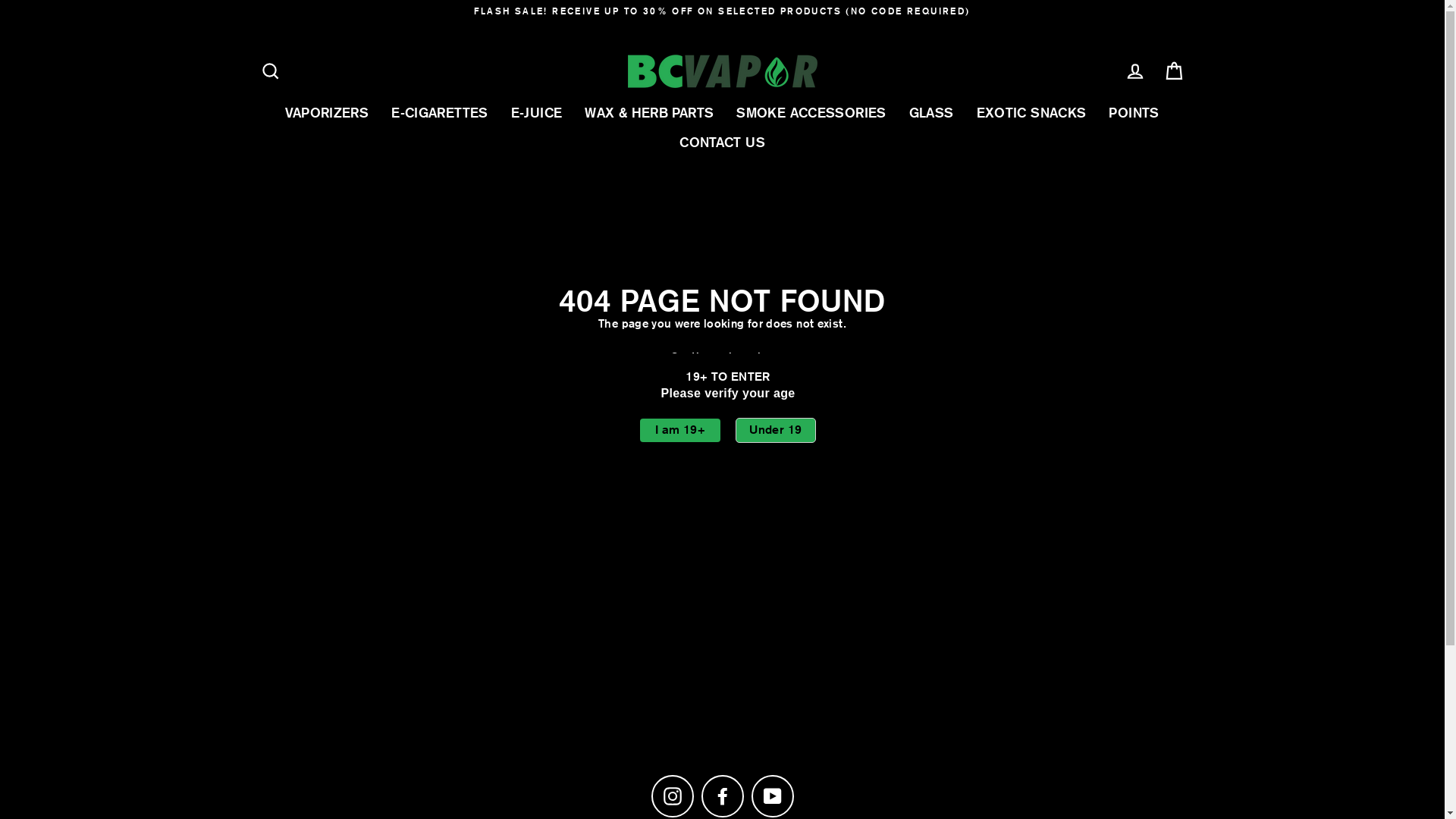 The width and height of the screenshot is (1456, 819). What do you see at coordinates (0, 0) in the screenshot?
I see `'Skip to content'` at bounding box center [0, 0].